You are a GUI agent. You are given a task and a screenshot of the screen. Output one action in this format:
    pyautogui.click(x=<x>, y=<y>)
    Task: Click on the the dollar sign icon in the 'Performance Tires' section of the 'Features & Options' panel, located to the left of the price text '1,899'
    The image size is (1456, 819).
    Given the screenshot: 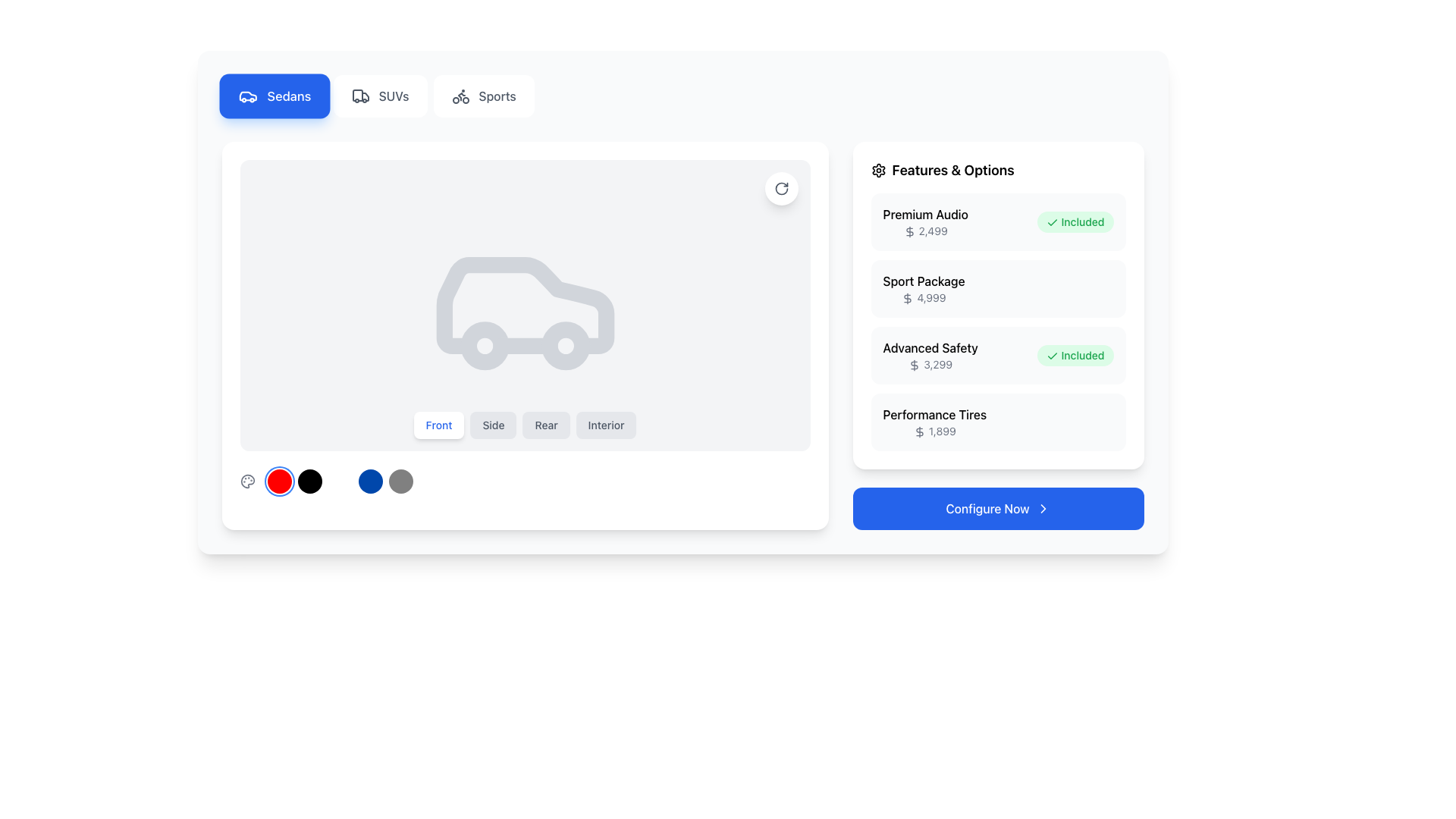 What is the action you would take?
    pyautogui.click(x=918, y=432)
    